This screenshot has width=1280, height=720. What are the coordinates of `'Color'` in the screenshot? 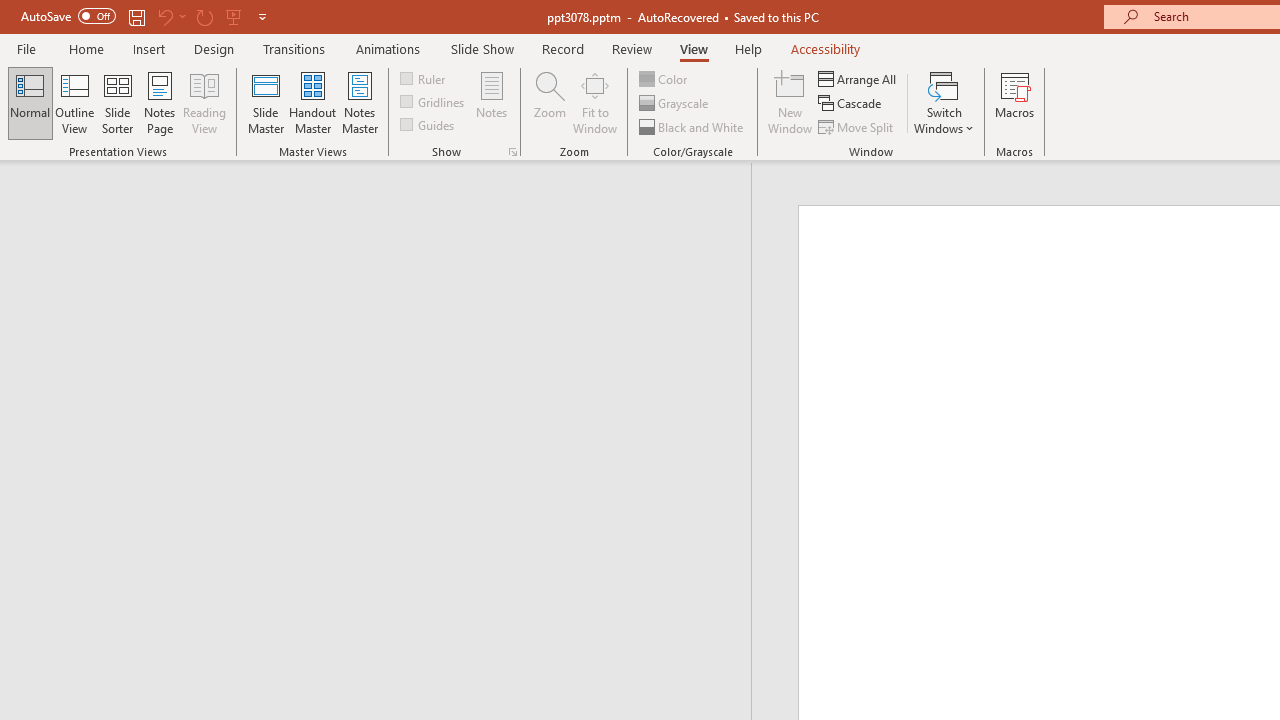 It's located at (664, 78).